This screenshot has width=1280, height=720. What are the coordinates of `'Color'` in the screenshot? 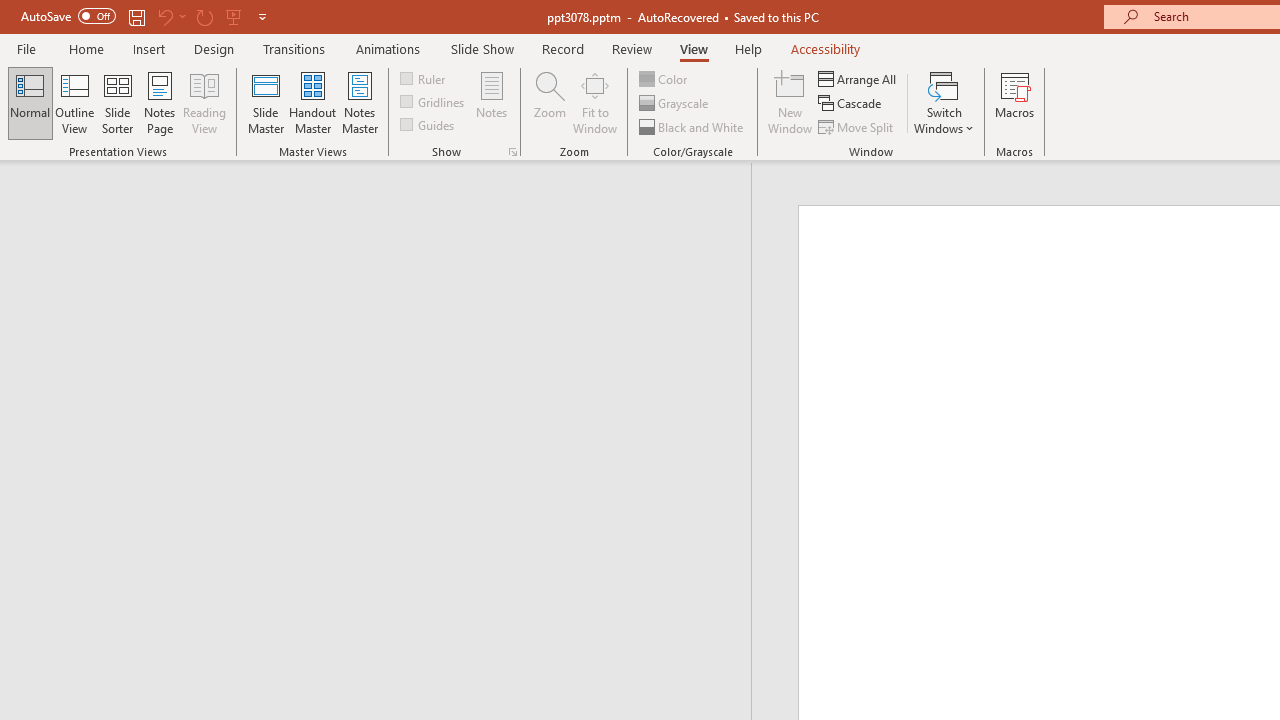 It's located at (664, 78).